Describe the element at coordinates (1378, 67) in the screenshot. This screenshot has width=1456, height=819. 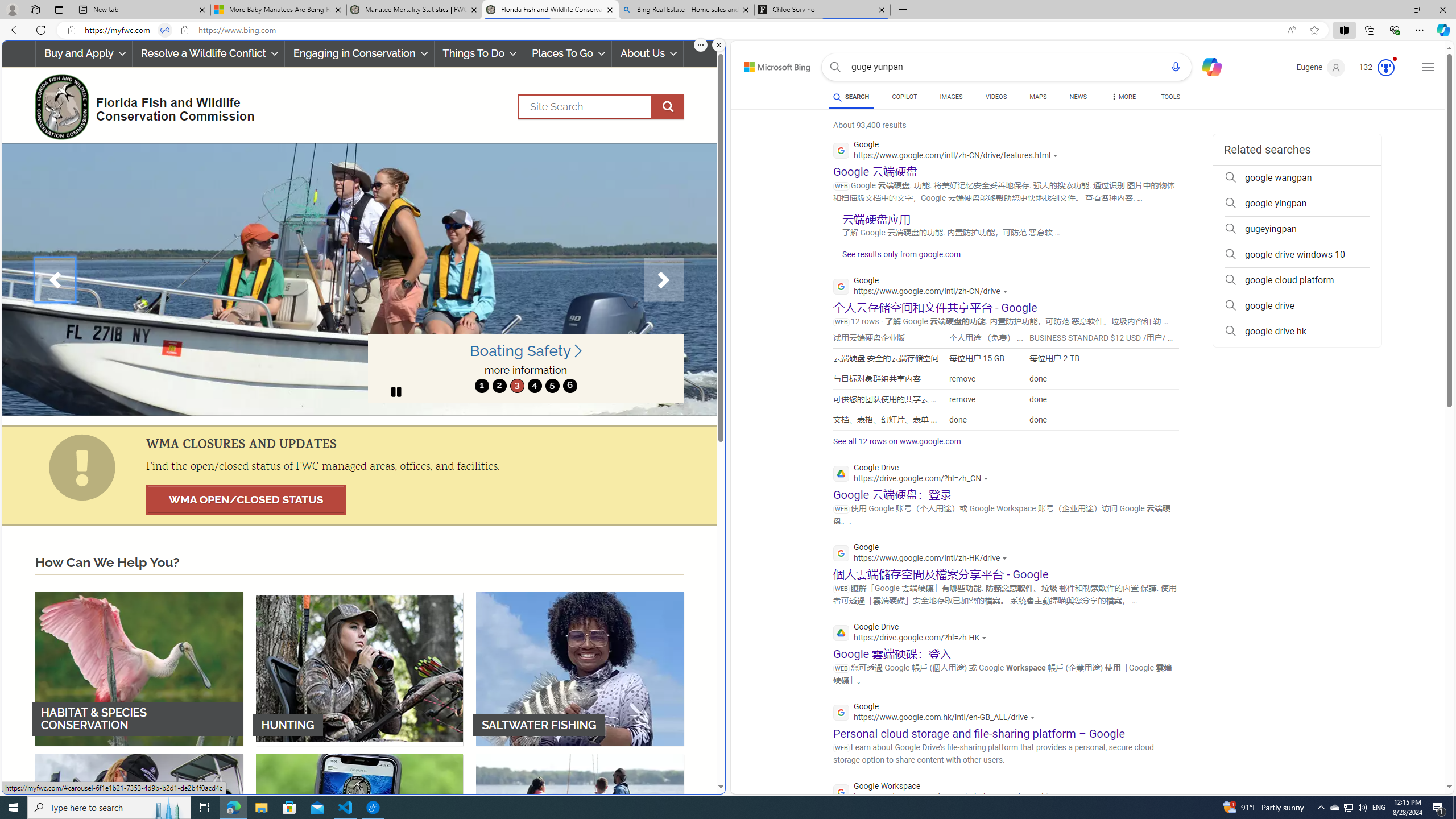
I see `'Microsoft Rewards 123'` at that location.